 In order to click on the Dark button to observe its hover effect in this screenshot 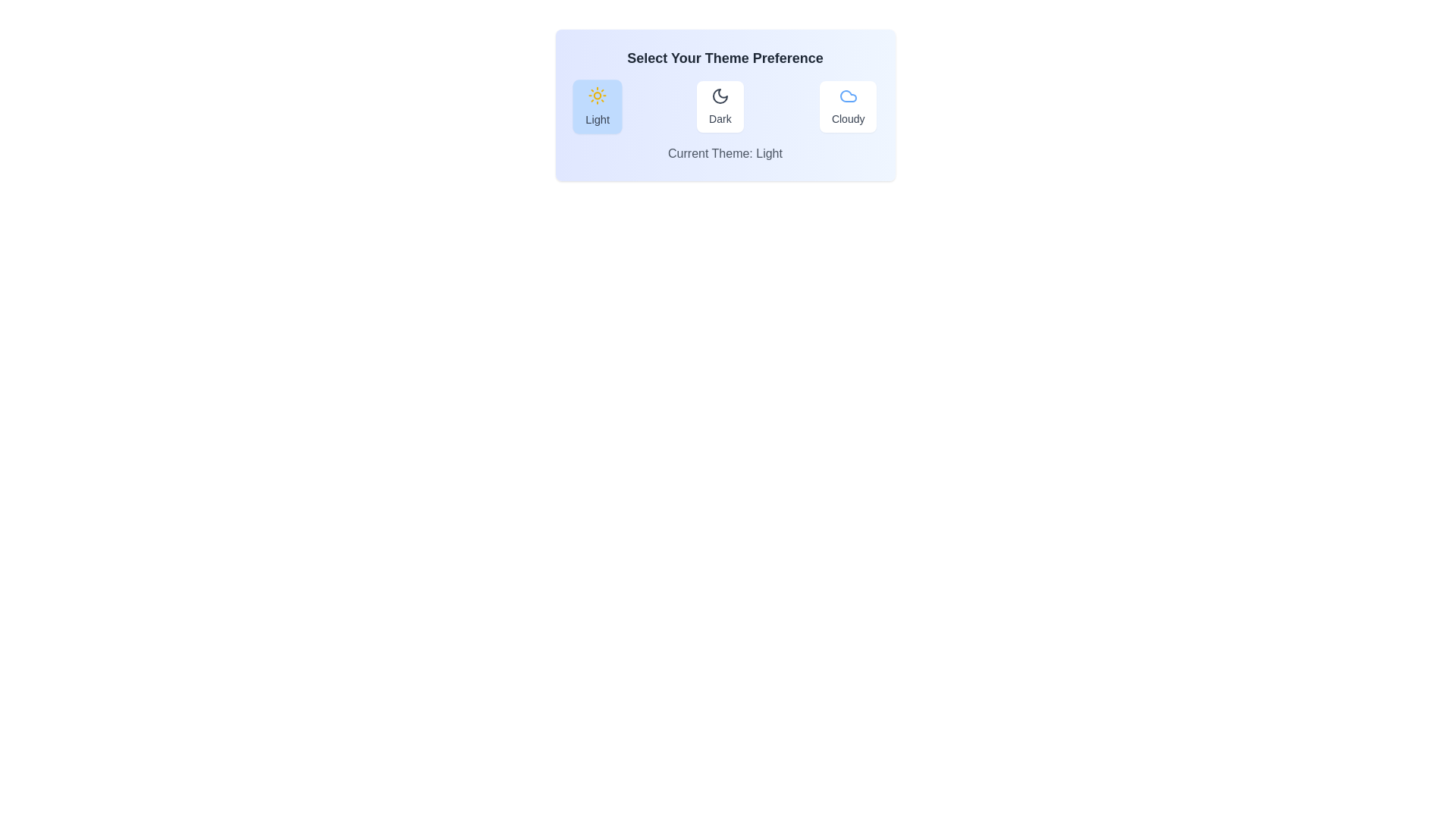, I will do `click(719, 106)`.